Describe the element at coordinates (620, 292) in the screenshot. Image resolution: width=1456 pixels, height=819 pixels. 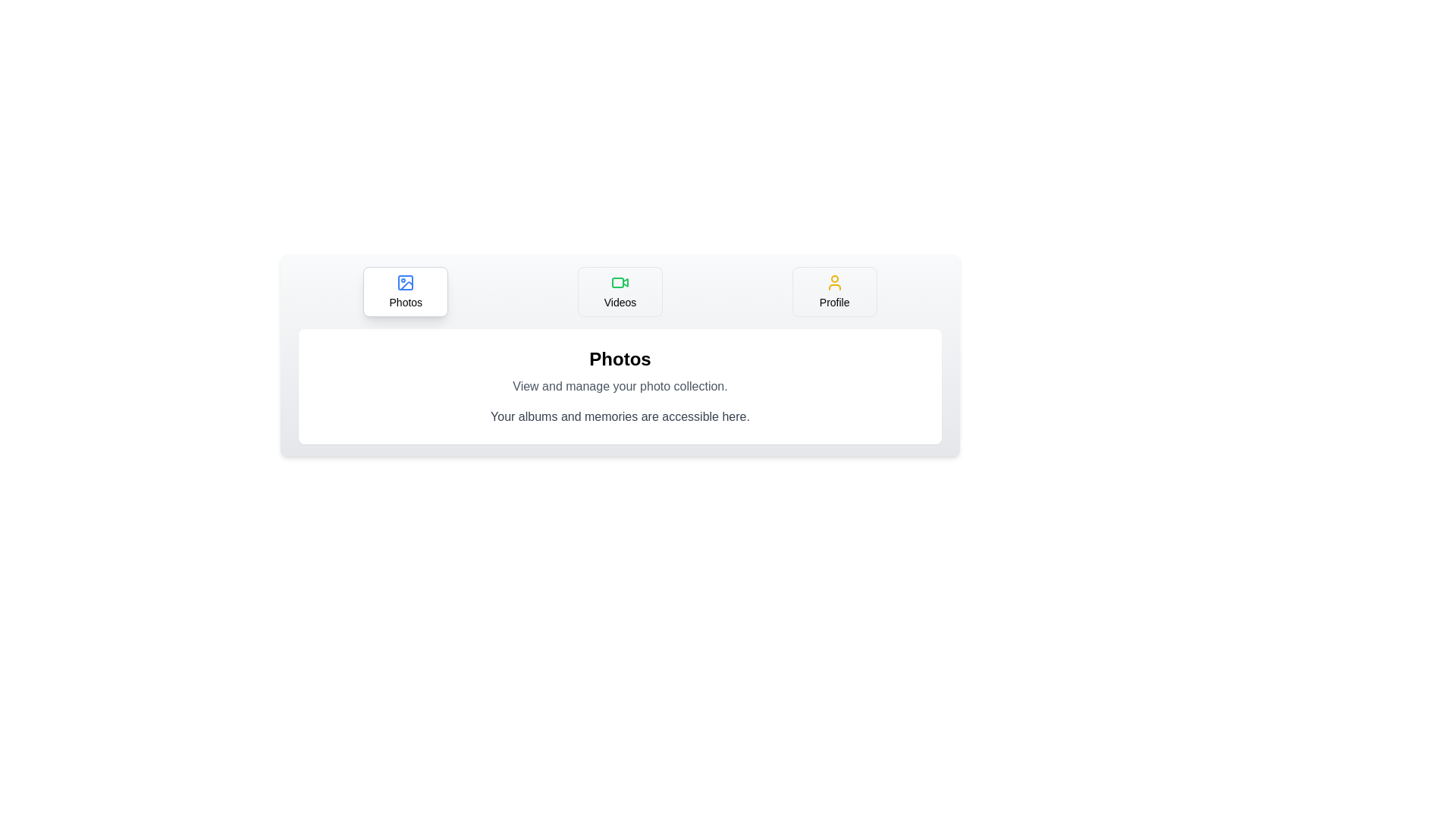
I see `the Videos tab by clicking on its button` at that location.